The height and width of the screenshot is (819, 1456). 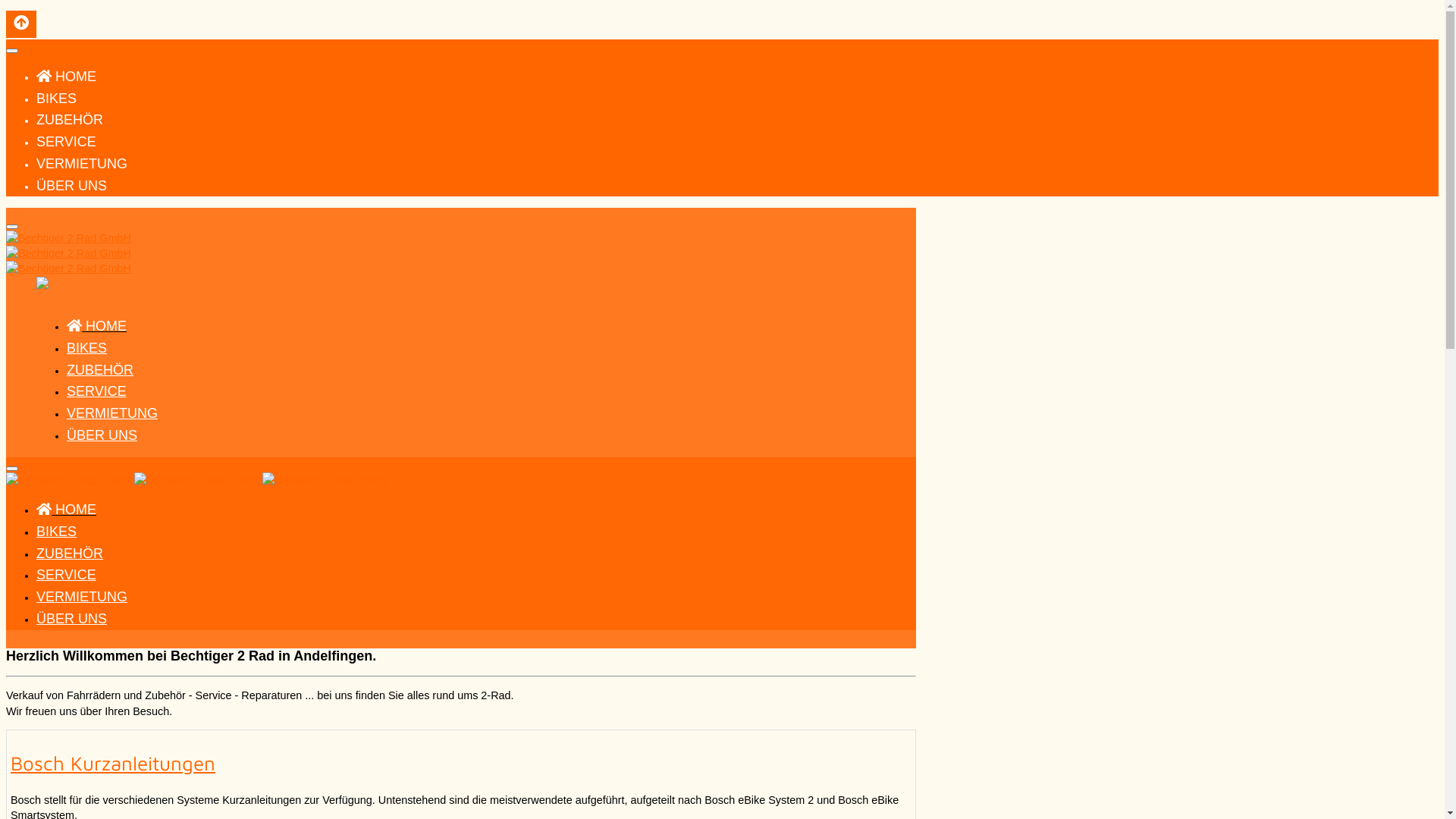 What do you see at coordinates (111, 763) in the screenshot?
I see `'Bosch Kurzanleitungen'` at bounding box center [111, 763].